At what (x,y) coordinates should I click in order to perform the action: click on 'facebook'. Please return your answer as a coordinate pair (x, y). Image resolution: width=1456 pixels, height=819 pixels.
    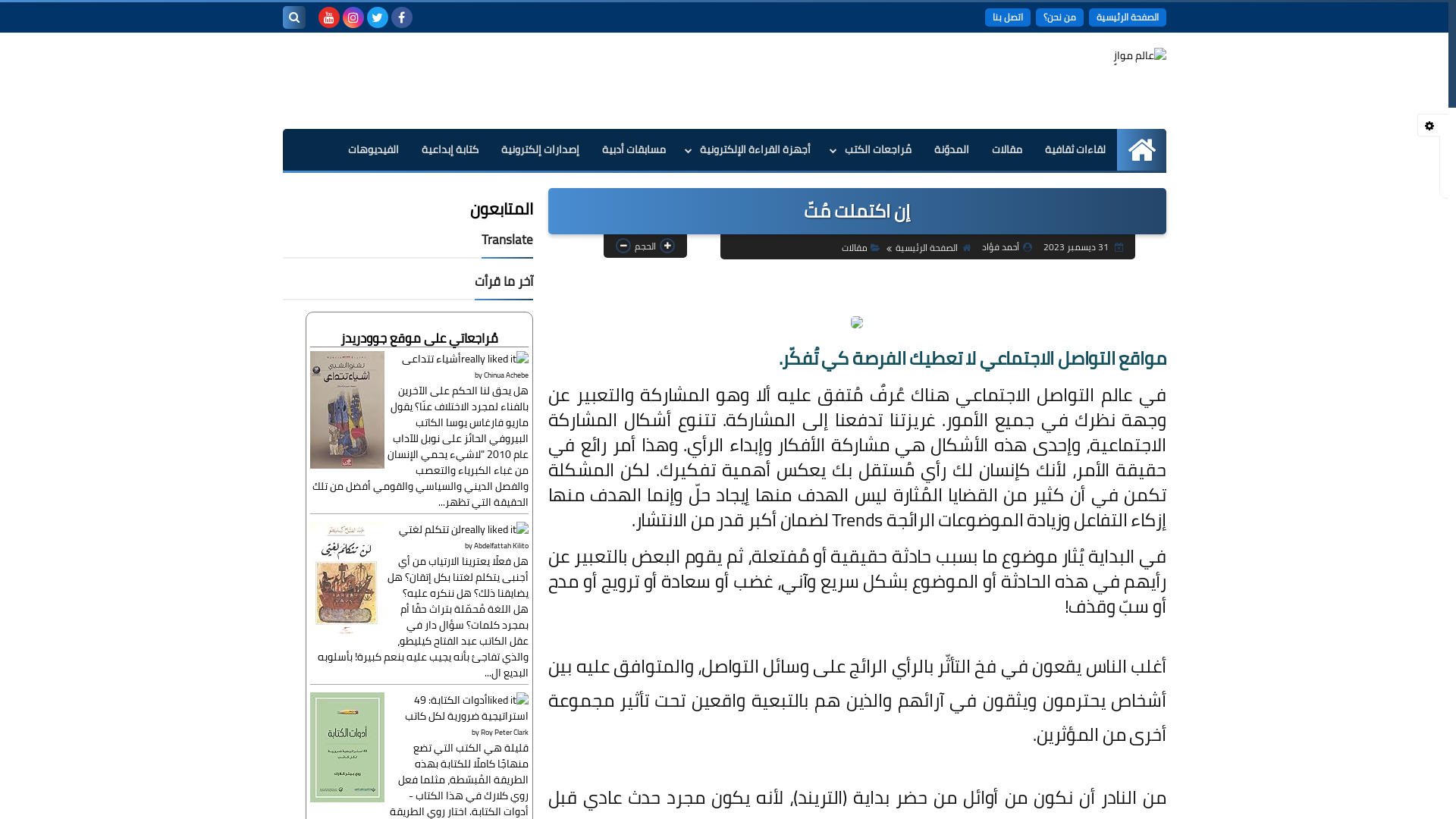
    Looking at the image, I should click on (401, 17).